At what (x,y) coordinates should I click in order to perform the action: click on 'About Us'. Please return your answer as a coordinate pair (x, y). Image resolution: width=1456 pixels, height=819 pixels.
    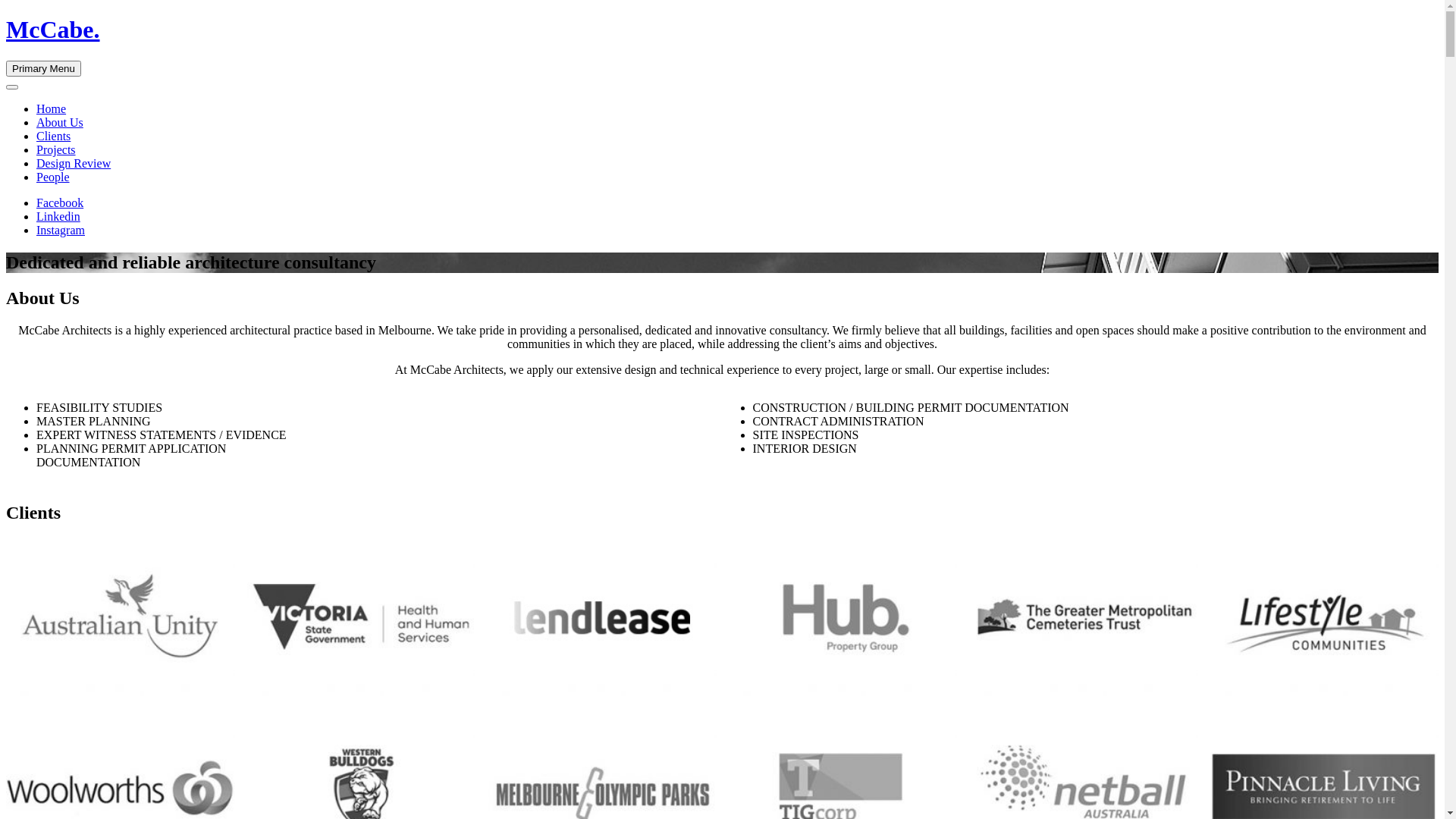
    Looking at the image, I should click on (59, 121).